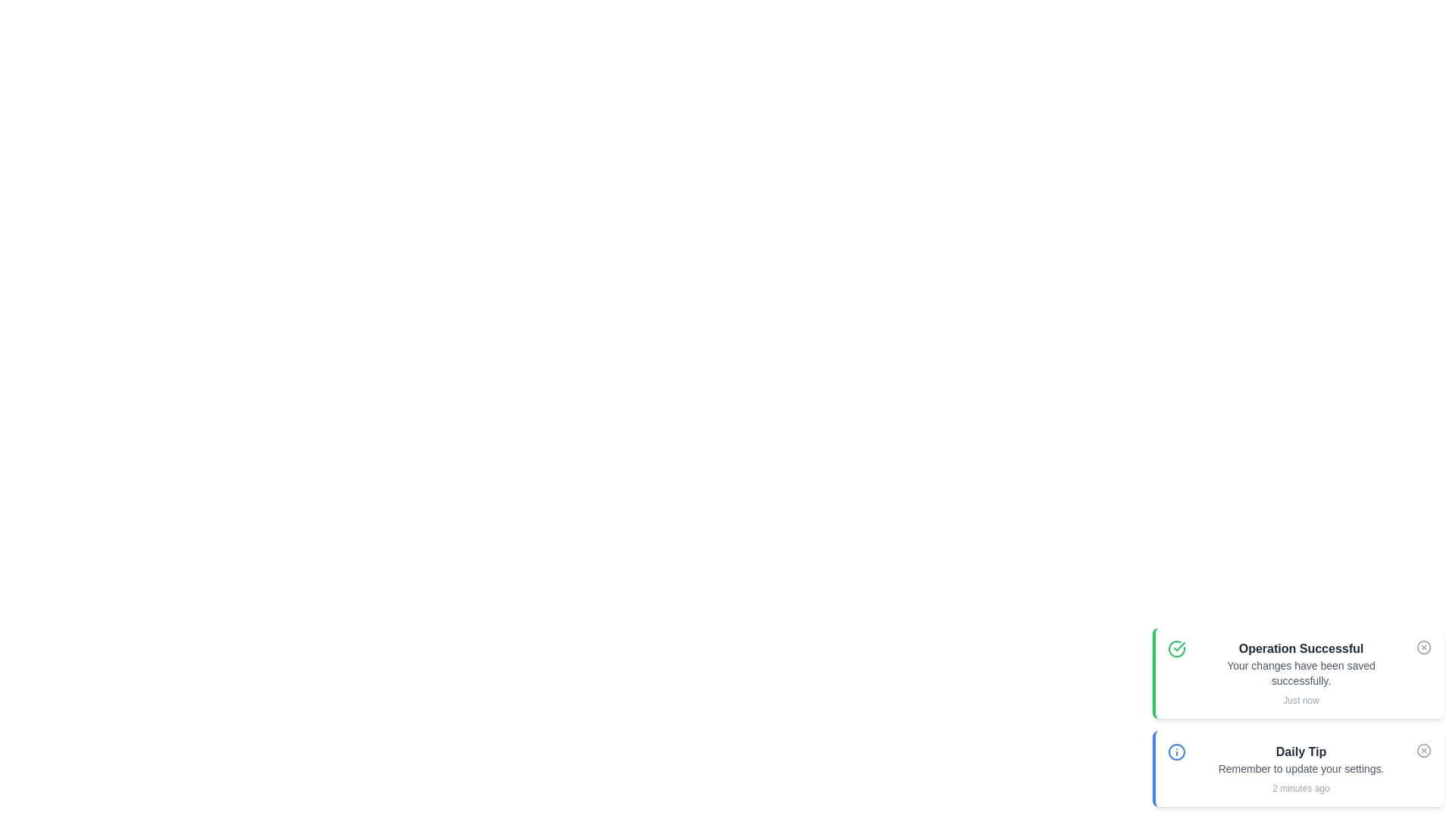 This screenshot has width=1456, height=819. I want to click on the circular green SVG icon located within the 'Operation Successful' notification card, positioned to the left of the text, so click(1175, 648).